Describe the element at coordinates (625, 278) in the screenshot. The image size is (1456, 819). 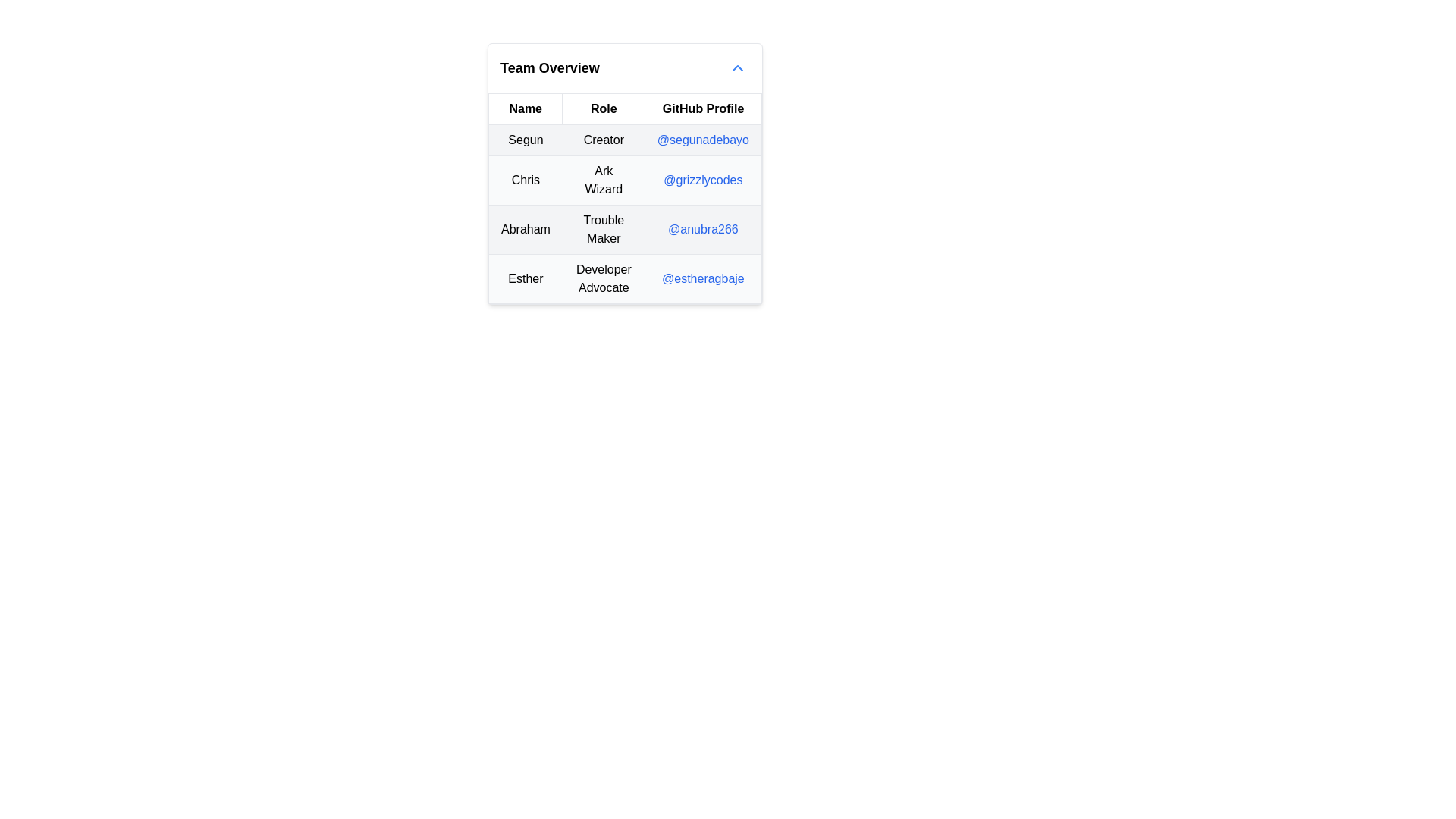
I see `information presented in the last row of the table, which includes the name 'Esther', the role 'Developer Advocate', and the clickable GitHub username '@estheragbaje'` at that location.